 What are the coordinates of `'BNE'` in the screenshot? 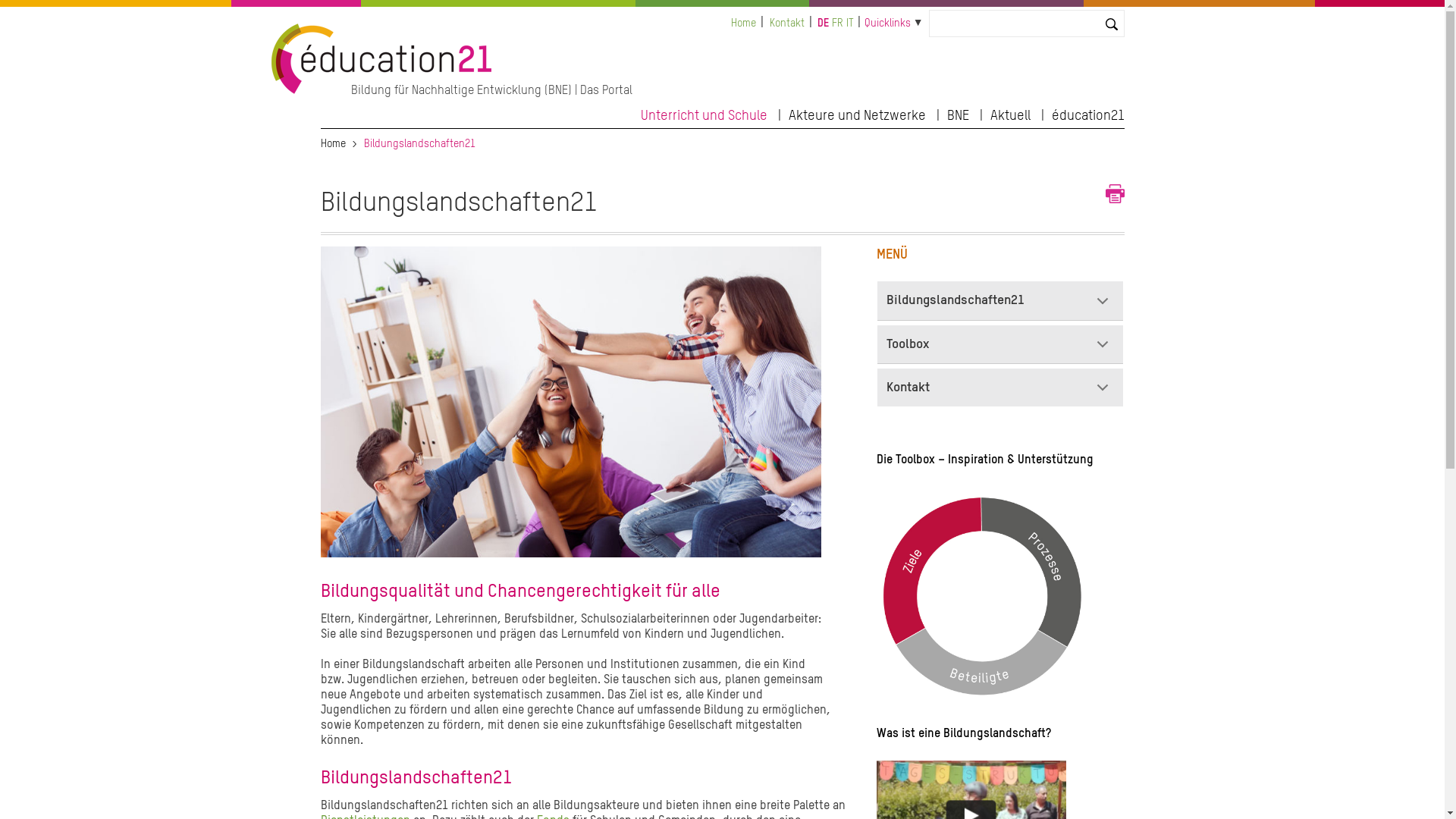 It's located at (956, 112).